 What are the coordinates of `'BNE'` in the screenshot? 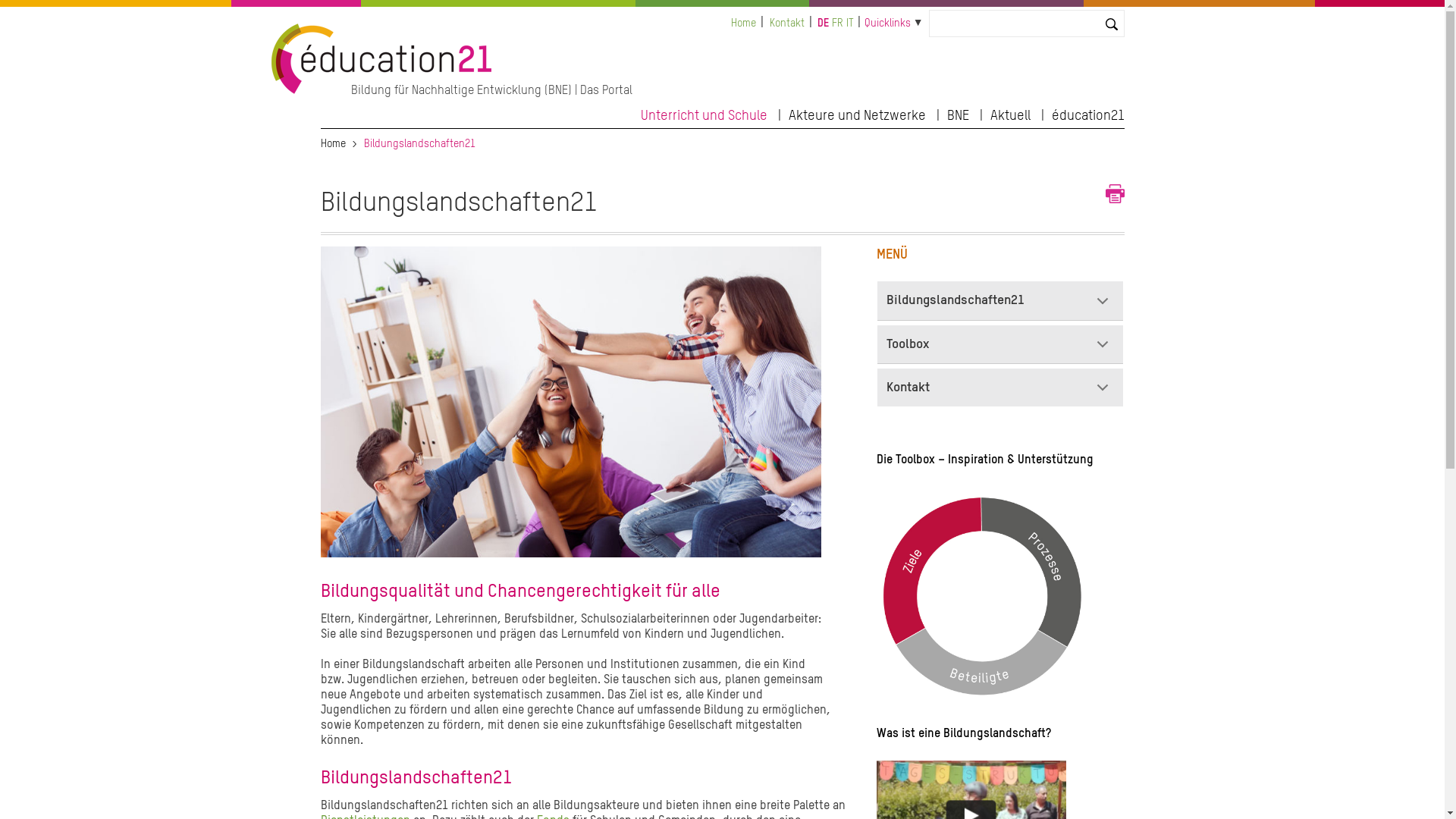 It's located at (956, 112).